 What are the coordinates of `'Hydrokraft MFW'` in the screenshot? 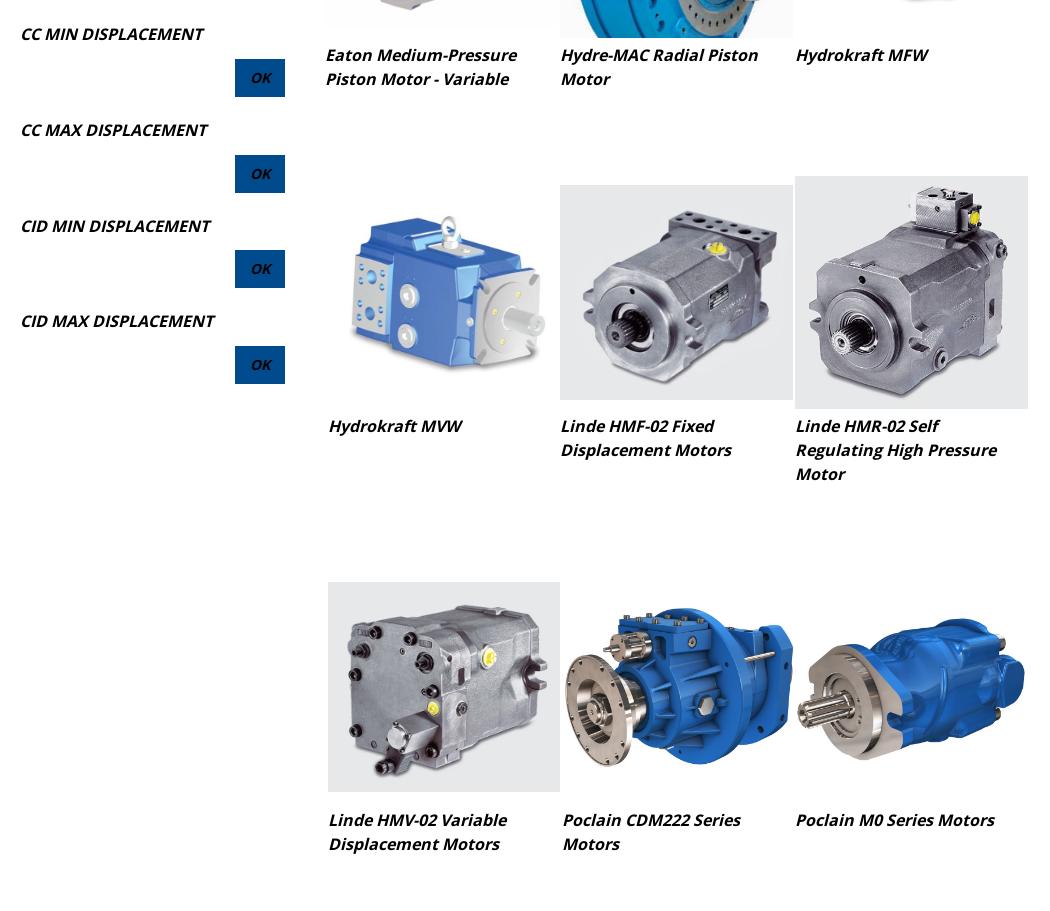 It's located at (793, 54).